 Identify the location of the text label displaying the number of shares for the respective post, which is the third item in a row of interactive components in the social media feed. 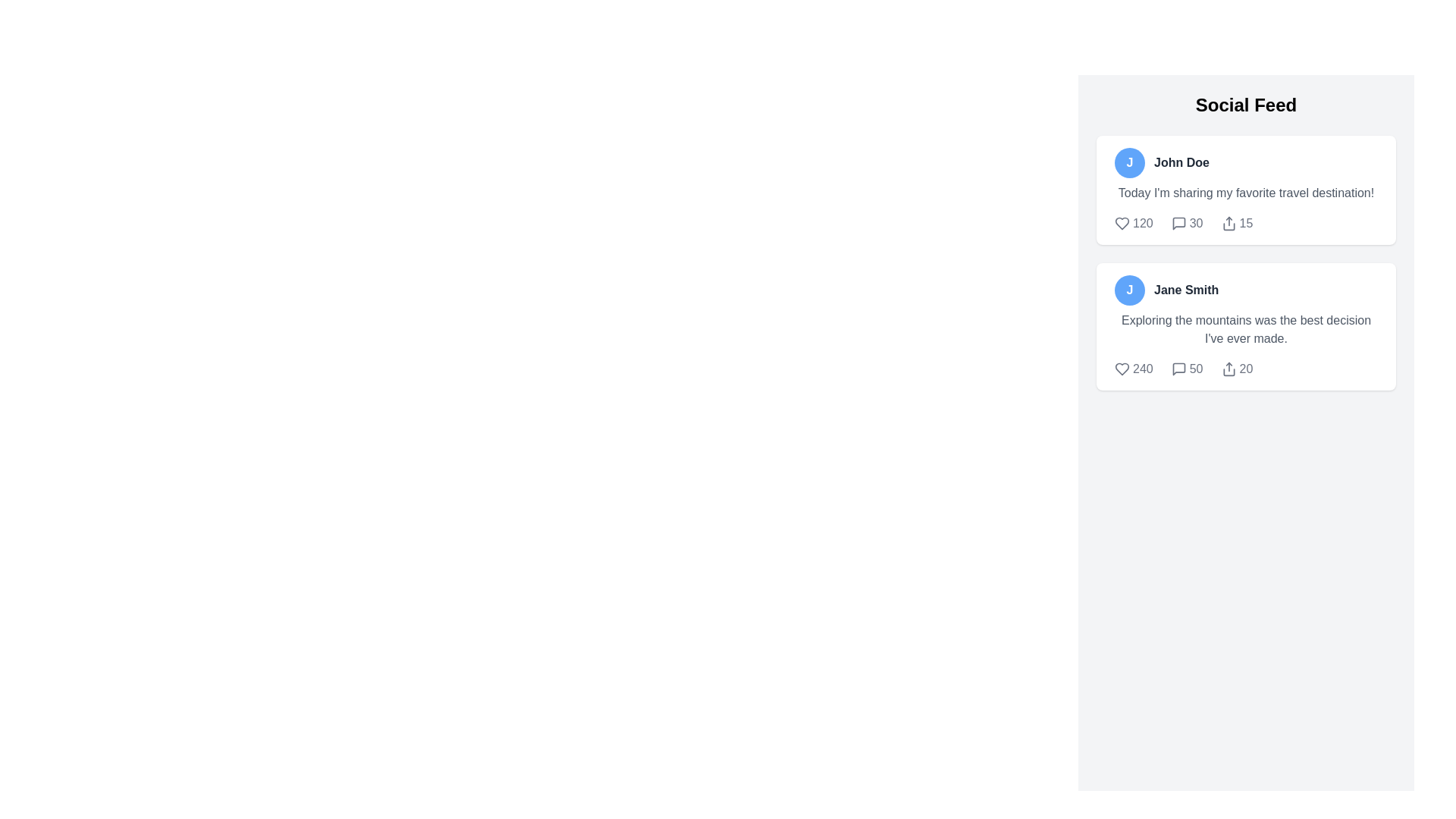
(1237, 369).